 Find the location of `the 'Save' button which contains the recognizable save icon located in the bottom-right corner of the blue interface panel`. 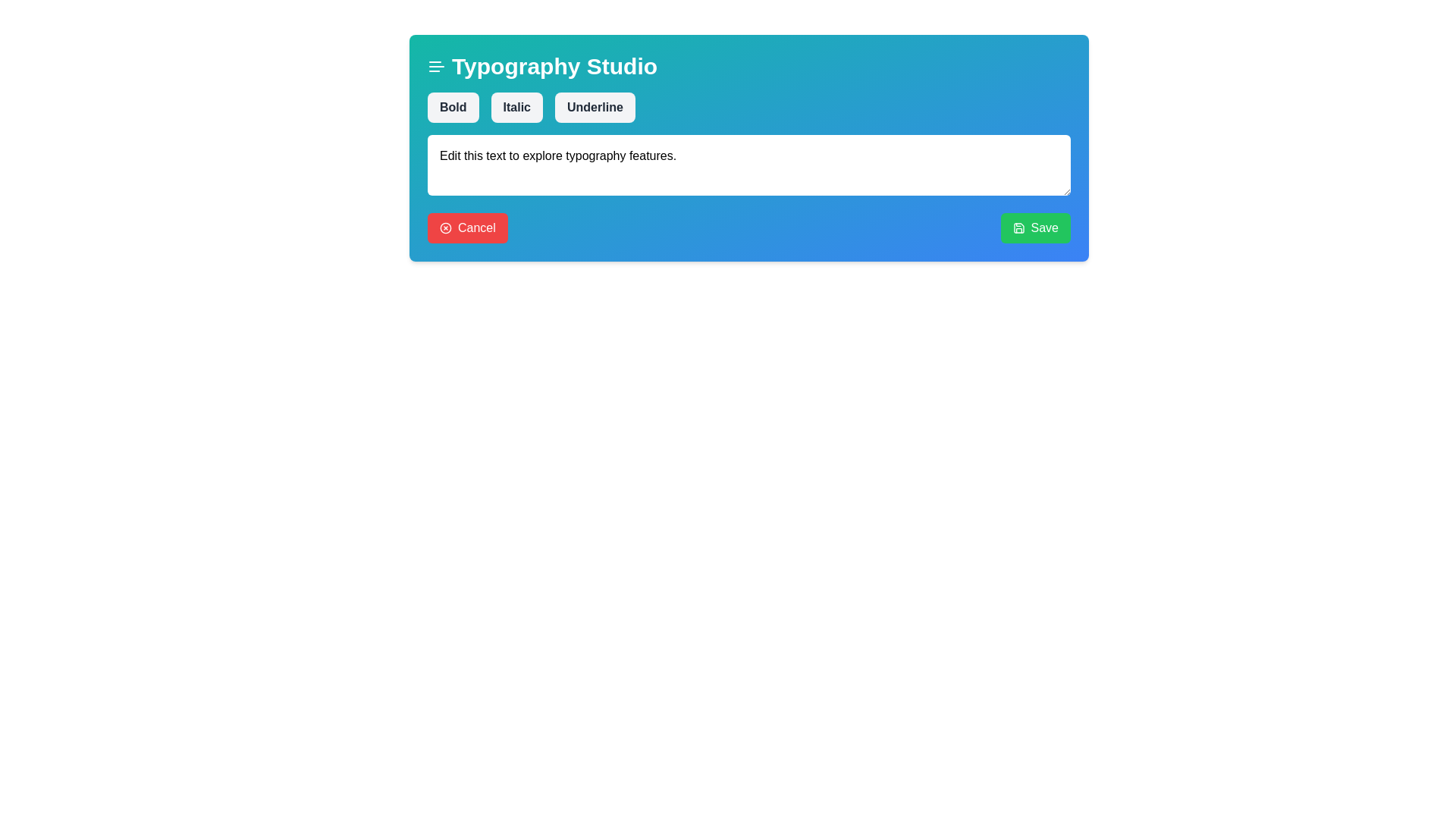

the 'Save' button which contains the recognizable save icon located in the bottom-right corner of the blue interface panel is located at coordinates (1018, 227).